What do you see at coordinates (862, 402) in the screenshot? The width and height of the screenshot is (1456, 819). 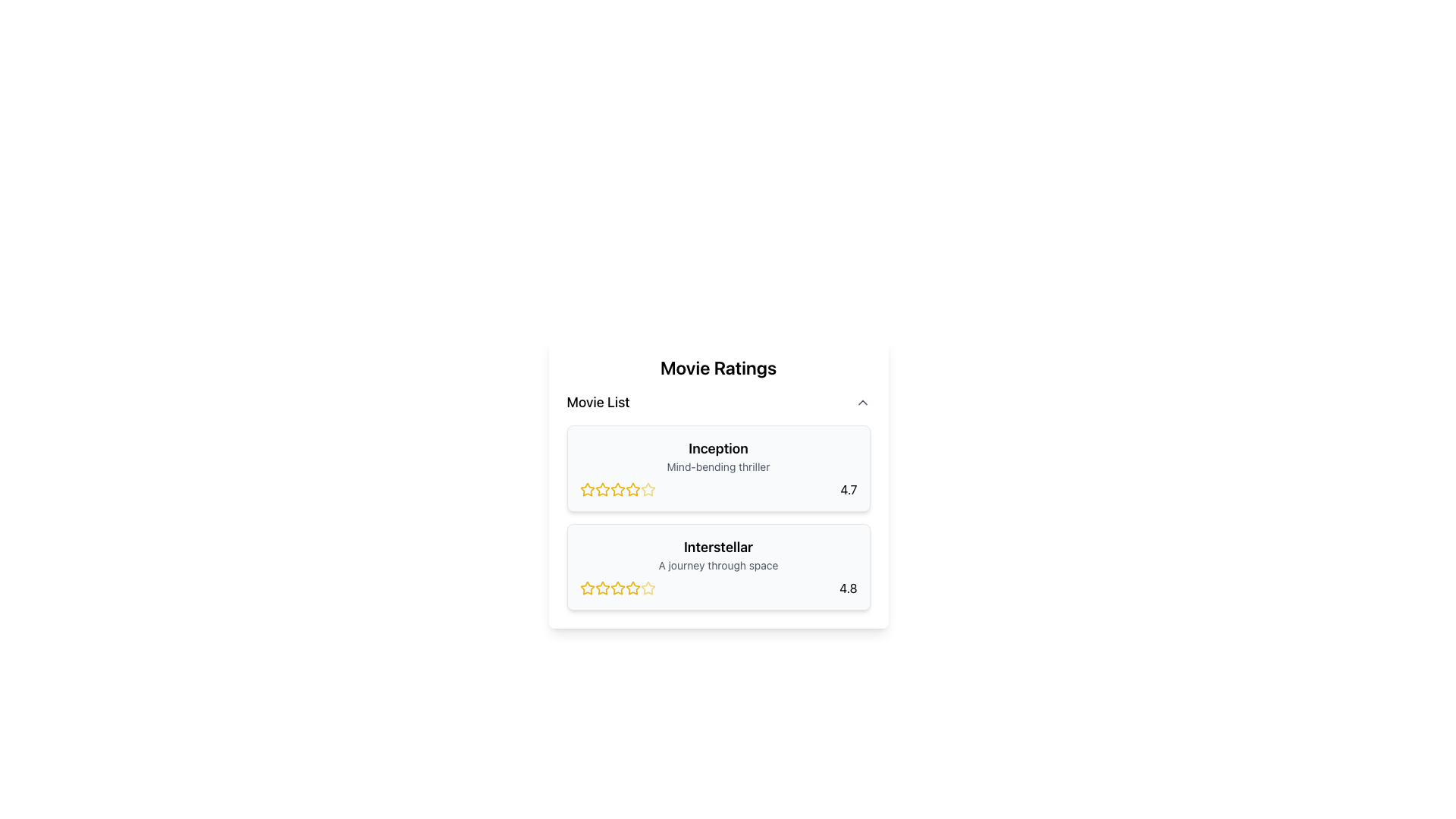 I see `the small upward-pointing chevron icon, which is an outlined vector graphic in gray, located to the right of the text 'Movie List'` at bounding box center [862, 402].